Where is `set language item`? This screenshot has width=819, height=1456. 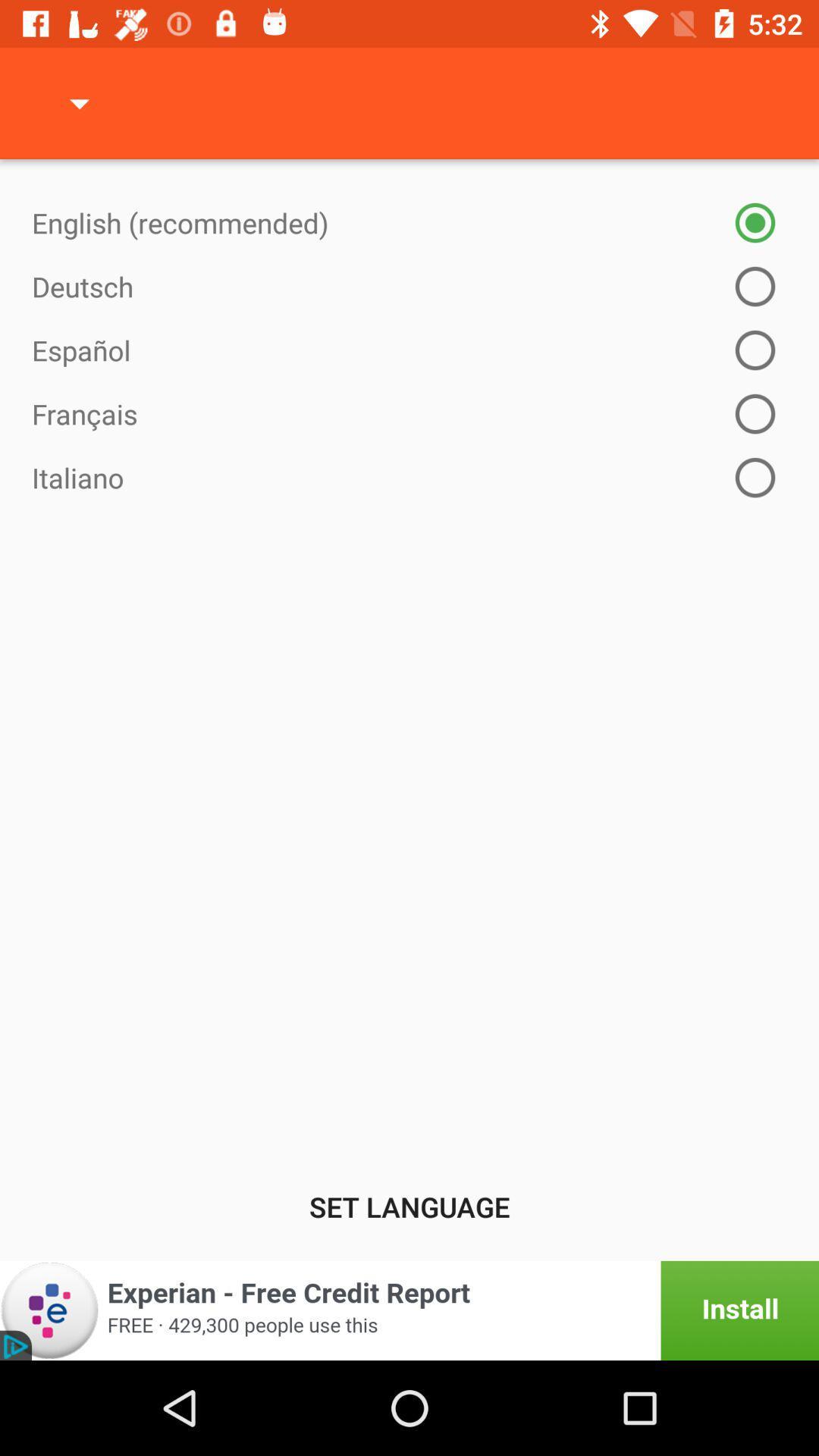 set language item is located at coordinates (409, 1206).